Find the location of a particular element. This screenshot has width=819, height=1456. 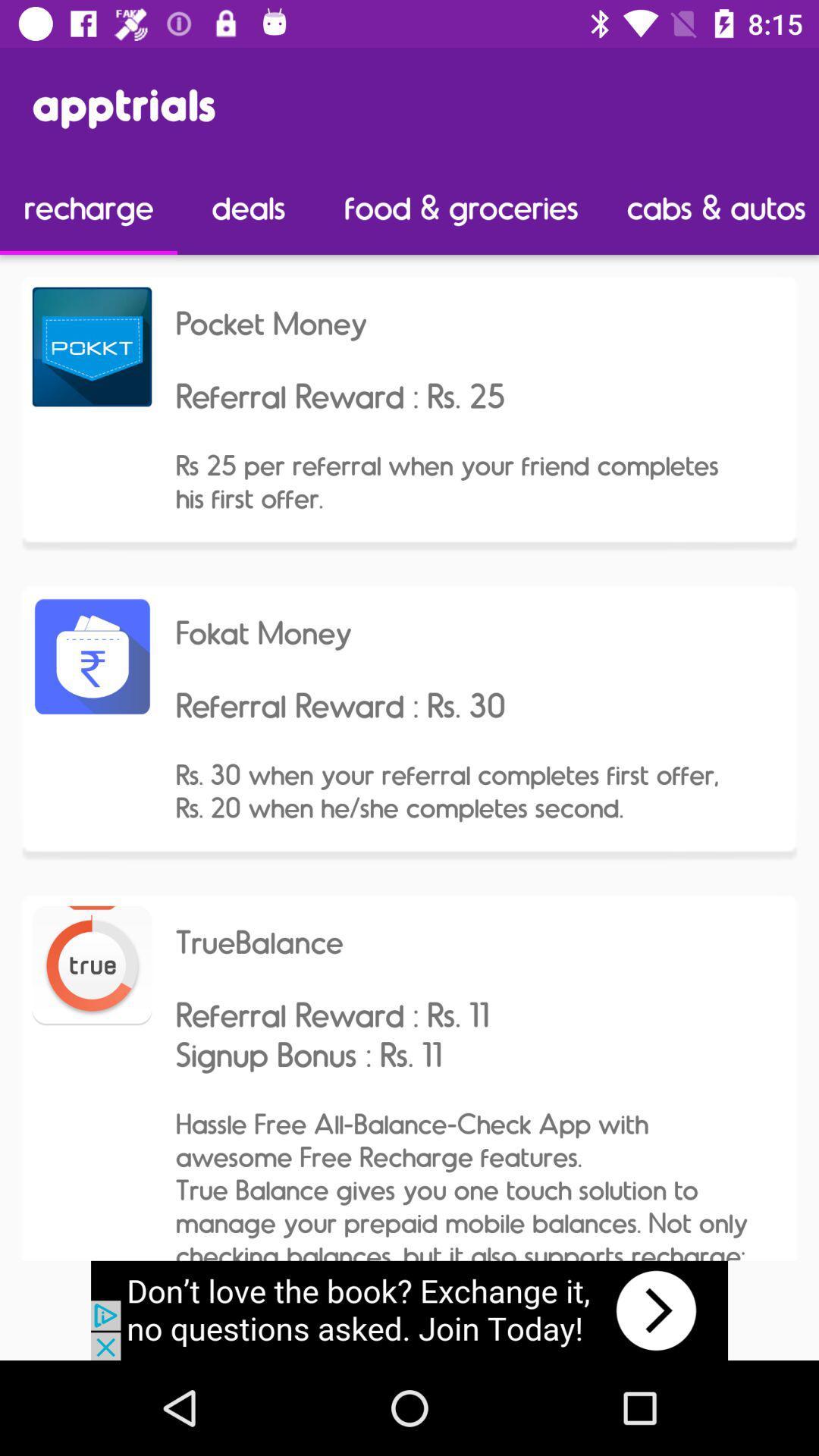

banner advertisement is located at coordinates (409, 1310).